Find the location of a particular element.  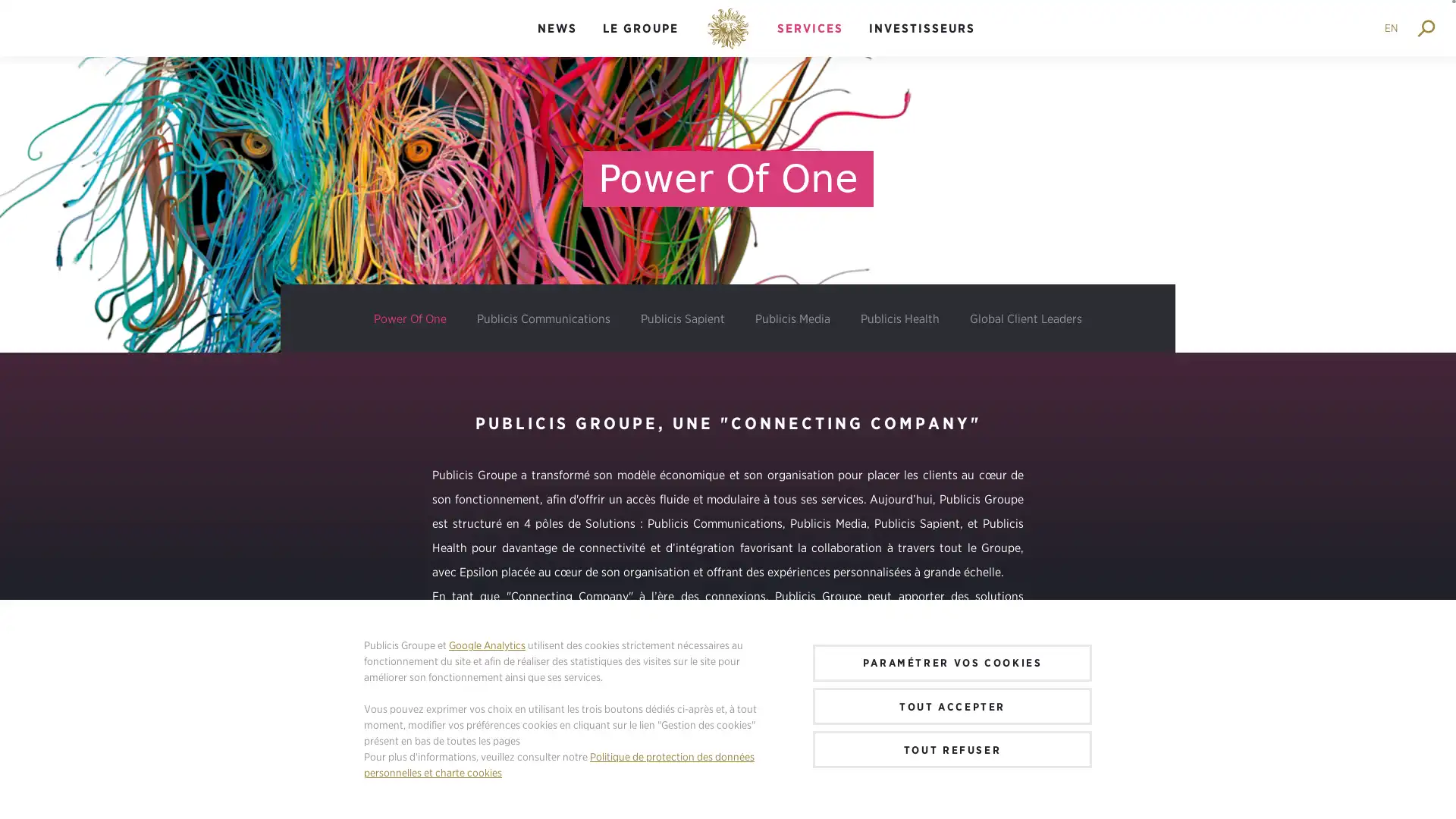

TOUT ACCEPTER TOUT ACCEPTER is located at coordinates (952, 705).